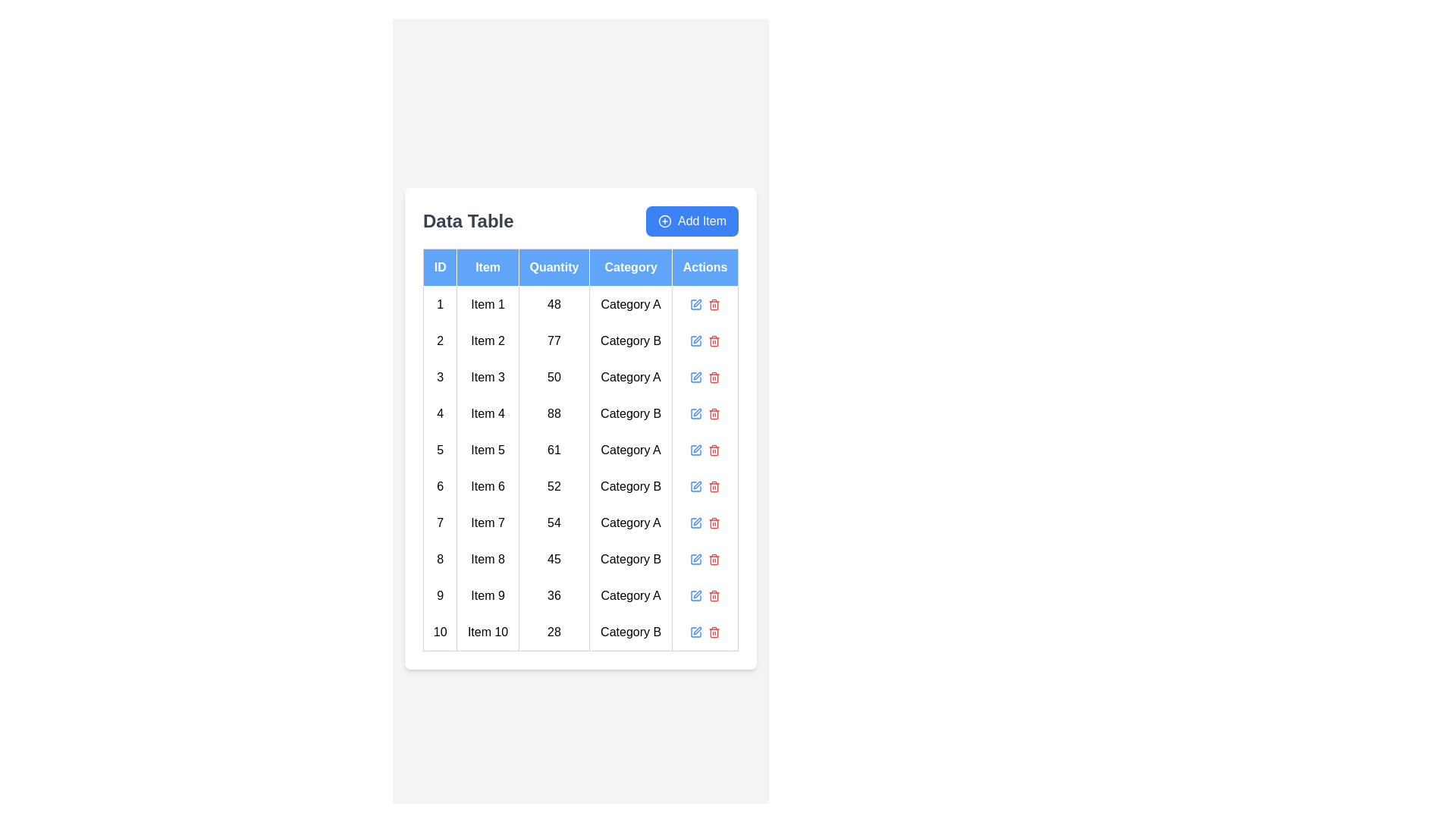  I want to click on the delete icon located in the 'Actions' column, specifically the second icon from the left in the sixth row of the table, so click(714, 486).